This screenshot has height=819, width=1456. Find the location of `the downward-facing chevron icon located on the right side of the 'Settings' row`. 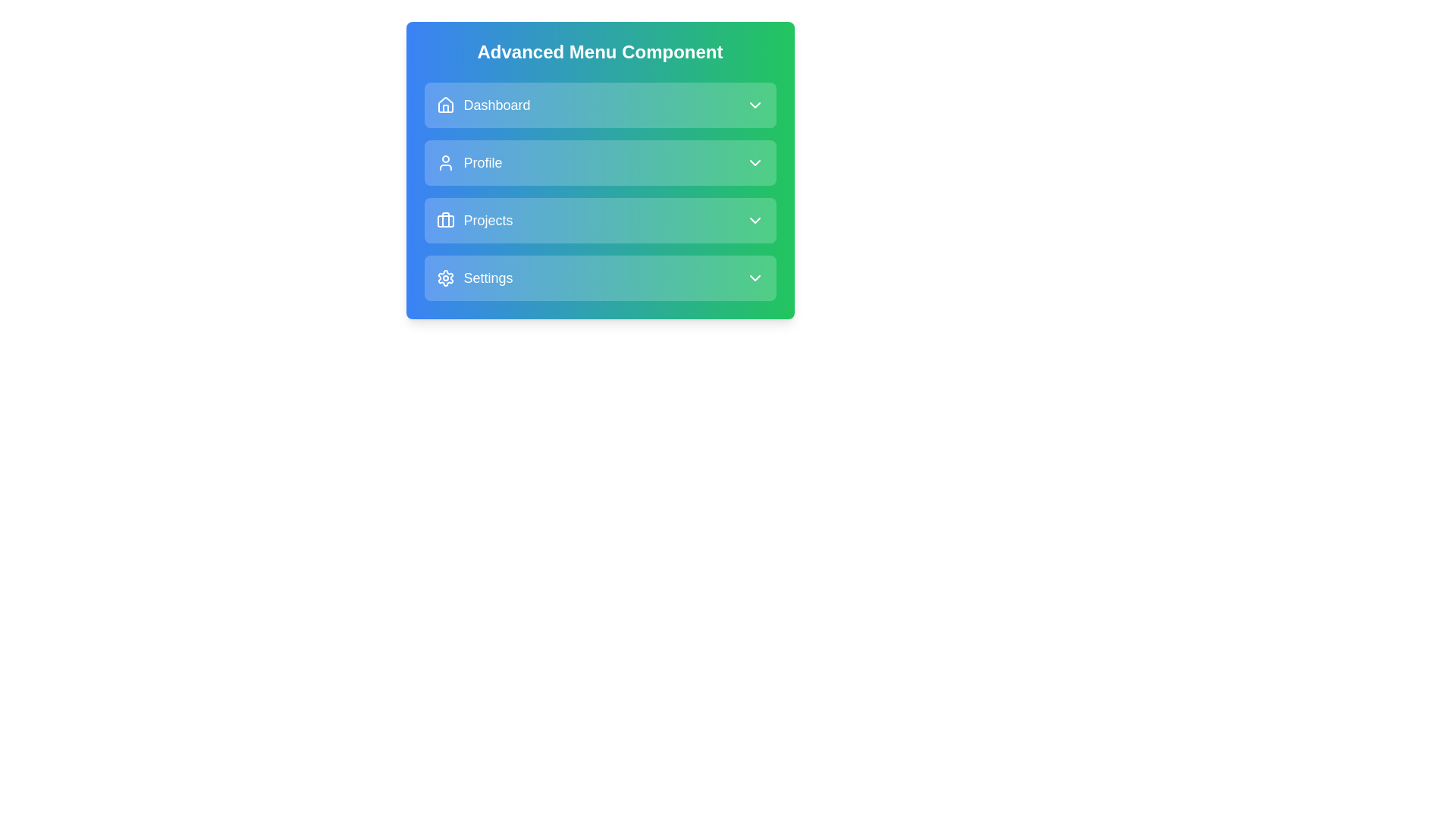

the downward-facing chevron icon located on the right side of the 'Settings' row is located at coordinates (755, 278).